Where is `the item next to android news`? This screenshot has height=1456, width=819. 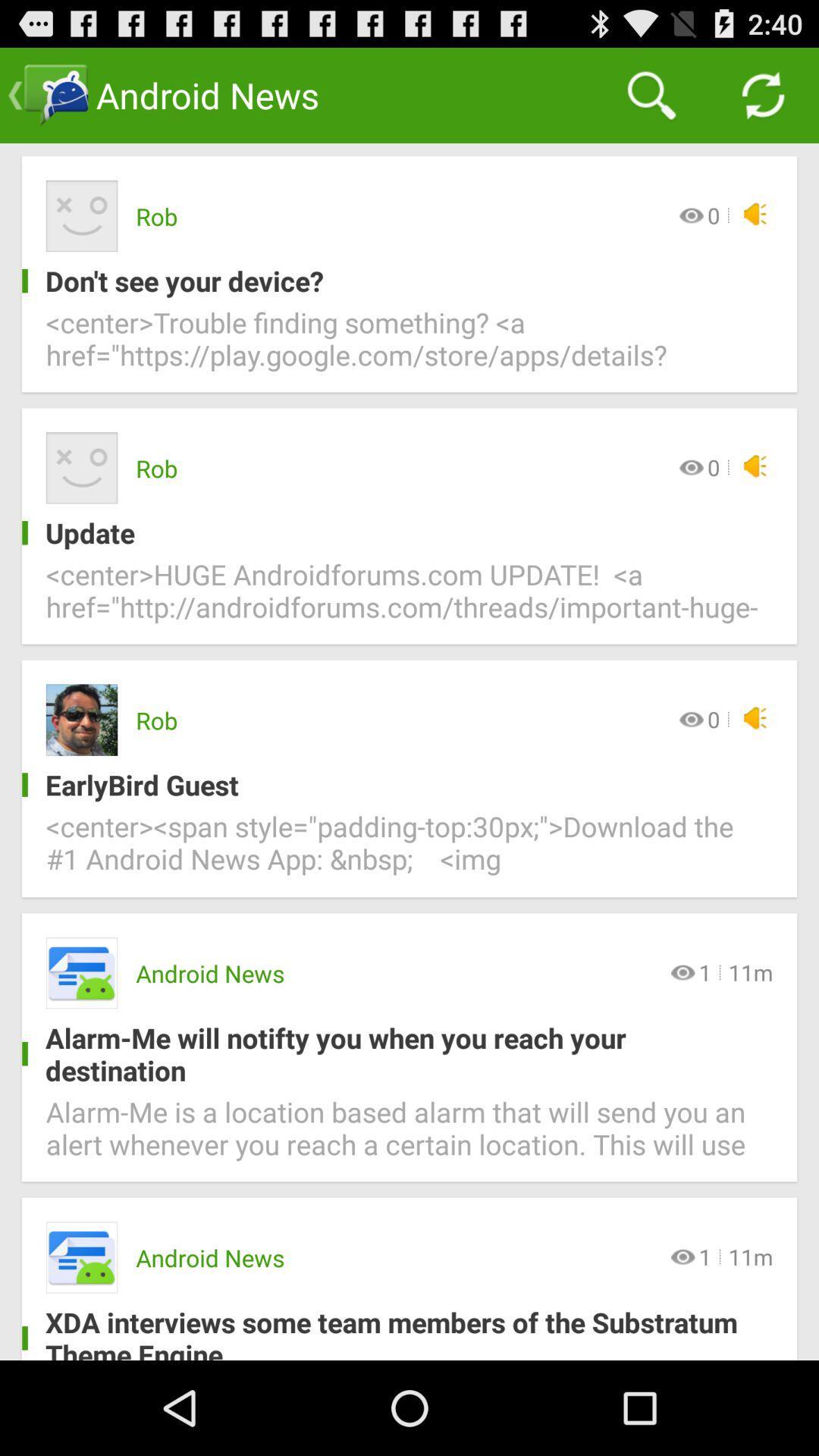
the item next to android news is located at coordinates (651, 94).